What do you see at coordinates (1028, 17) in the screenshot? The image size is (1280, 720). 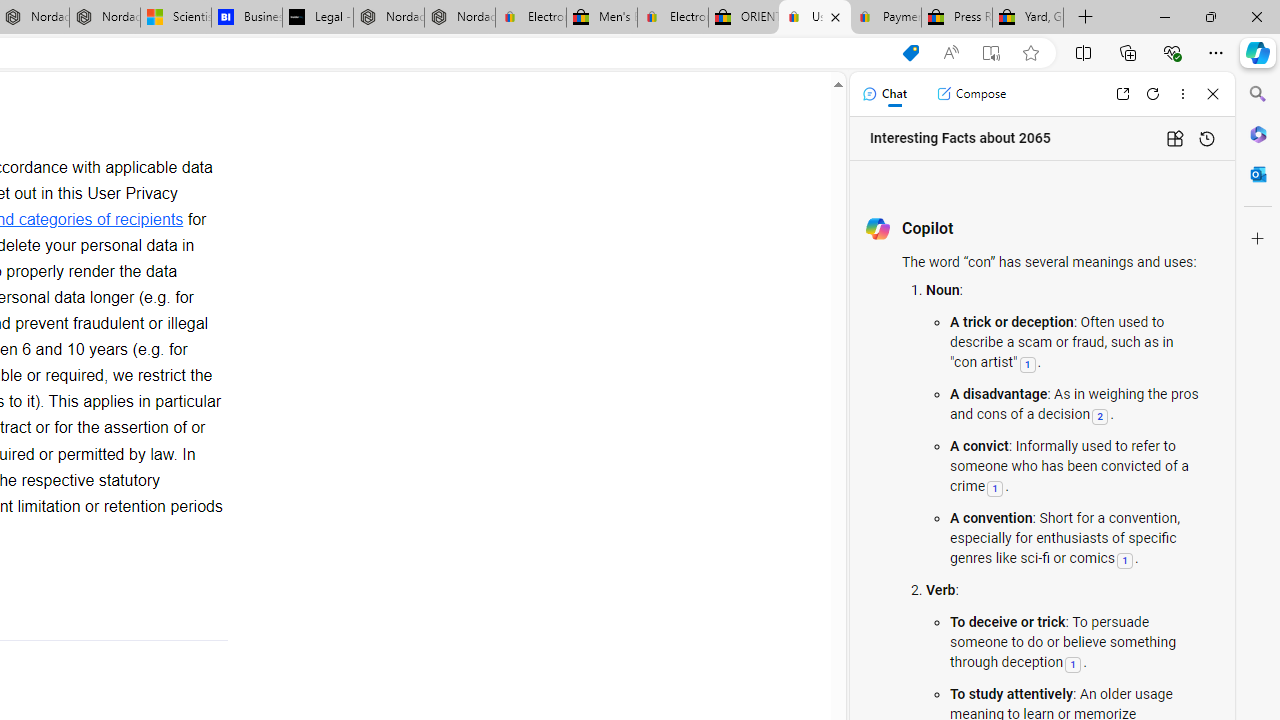 I see `'Yard, Garden & Outdoor Living'` at bounding box center [1028, 17].